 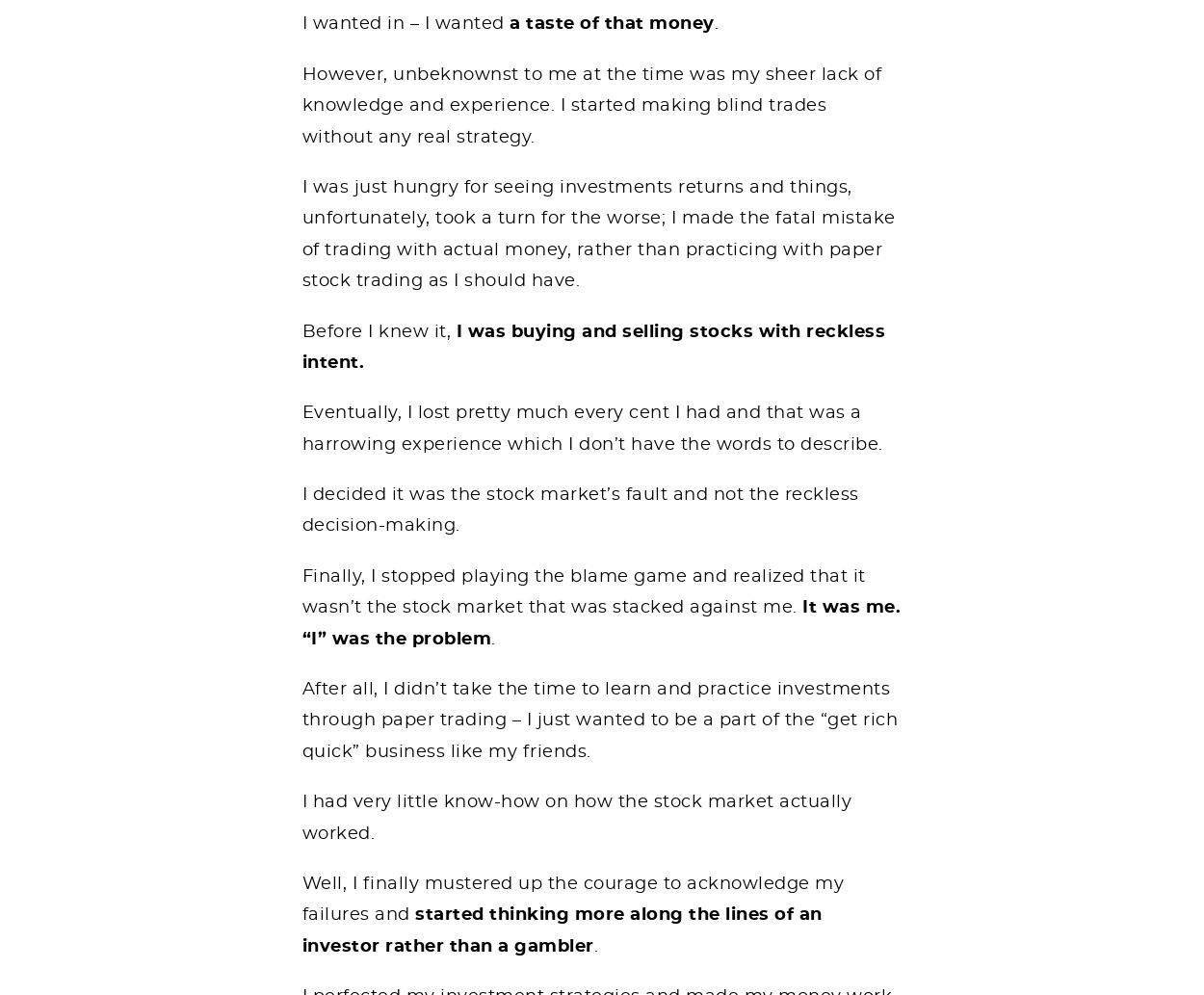 What do you see at coordinates (592, 347) in the screenshot?
I see `'I was buying and selling stocks with reckless intent.'` at bounding box center [592, 347].